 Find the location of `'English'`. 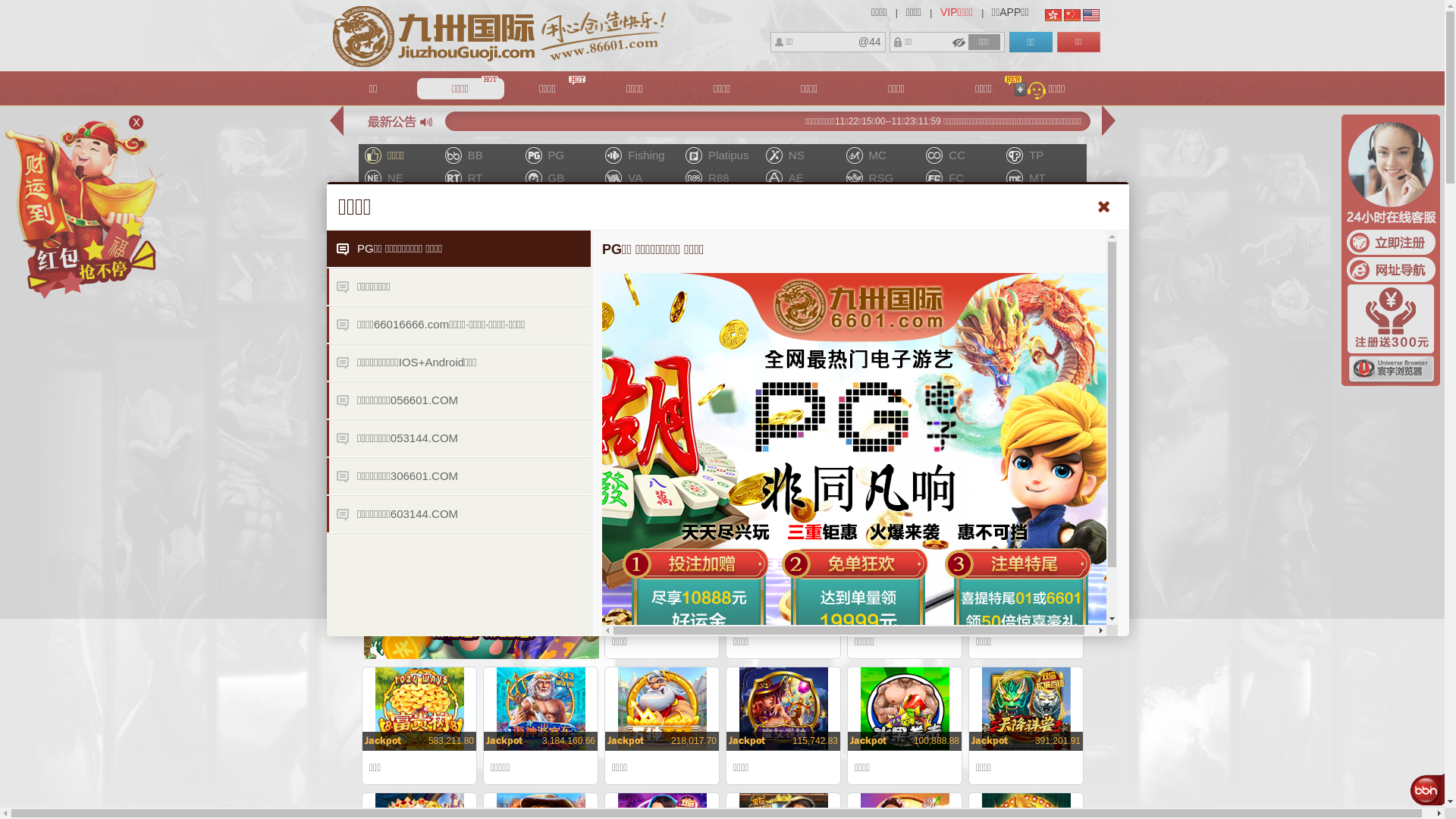

'English' is located at coordinates (1090, 14).